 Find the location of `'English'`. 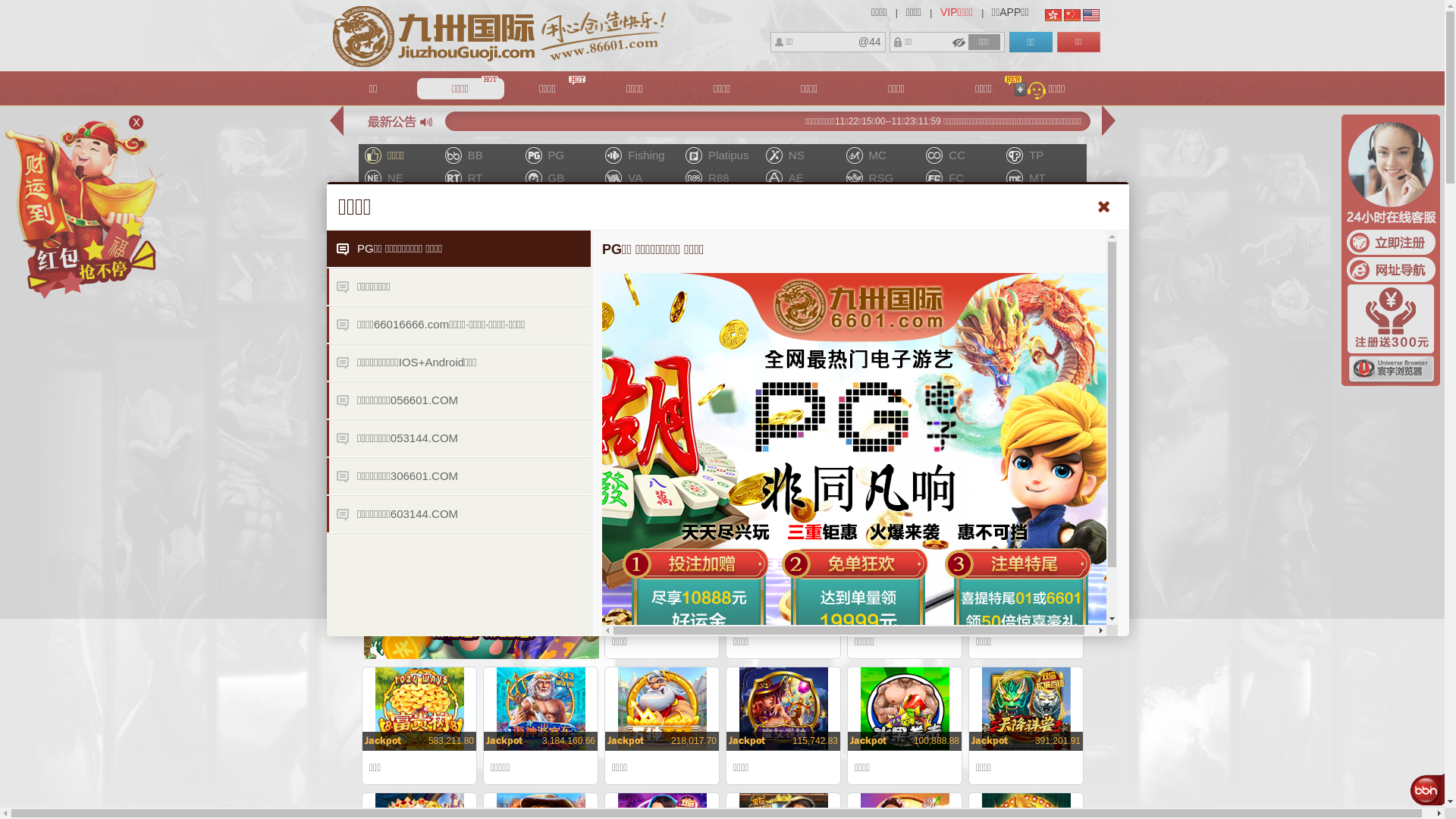

'English' is located at coordinates (1090, 14).